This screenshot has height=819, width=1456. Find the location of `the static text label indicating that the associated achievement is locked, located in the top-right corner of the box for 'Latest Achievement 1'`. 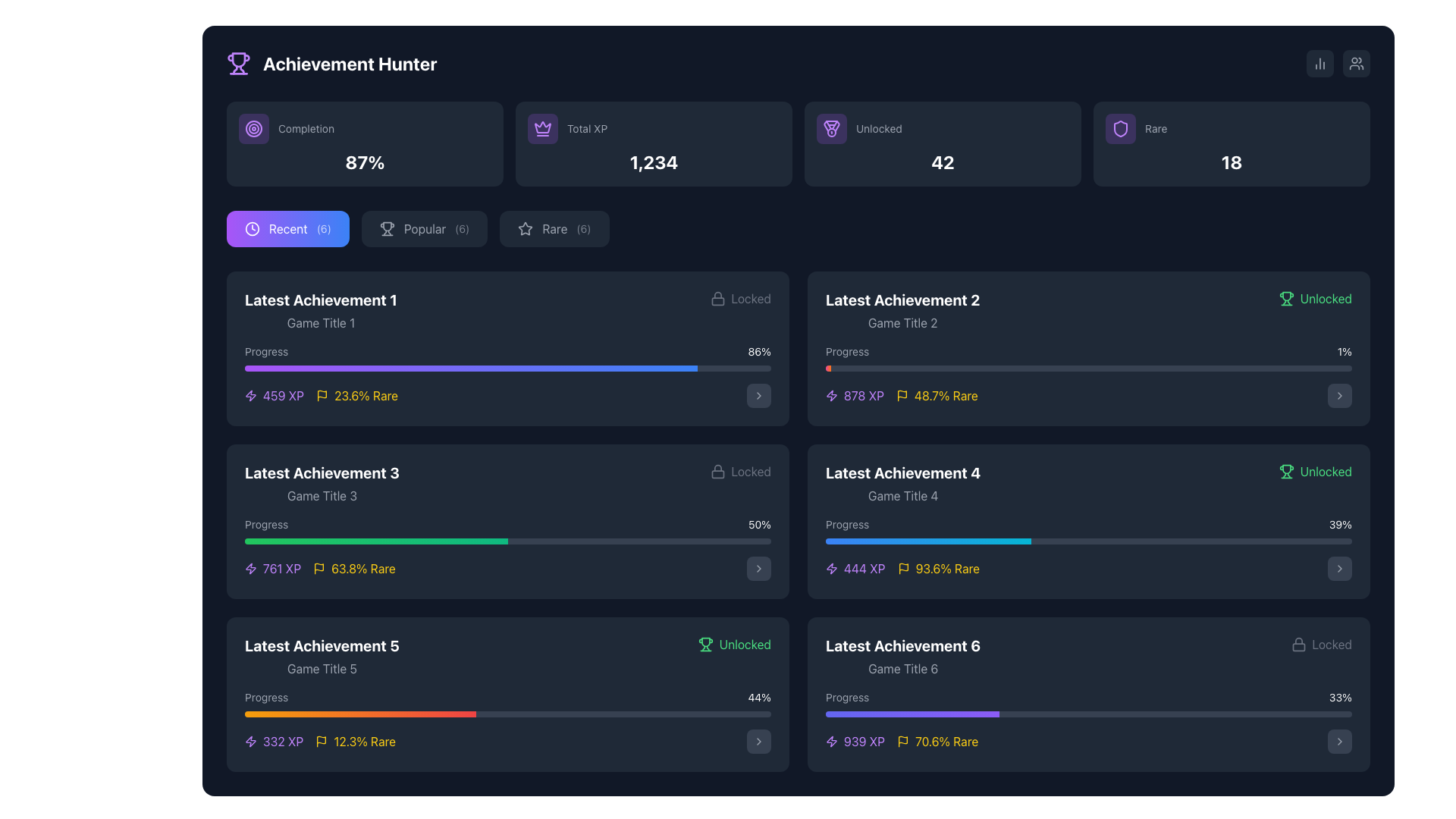

the static text label indicating that the associated achievement is locked, located in the top-right corner of the box for 'Latest Achievement 1' is located at coordinates (751, 298).